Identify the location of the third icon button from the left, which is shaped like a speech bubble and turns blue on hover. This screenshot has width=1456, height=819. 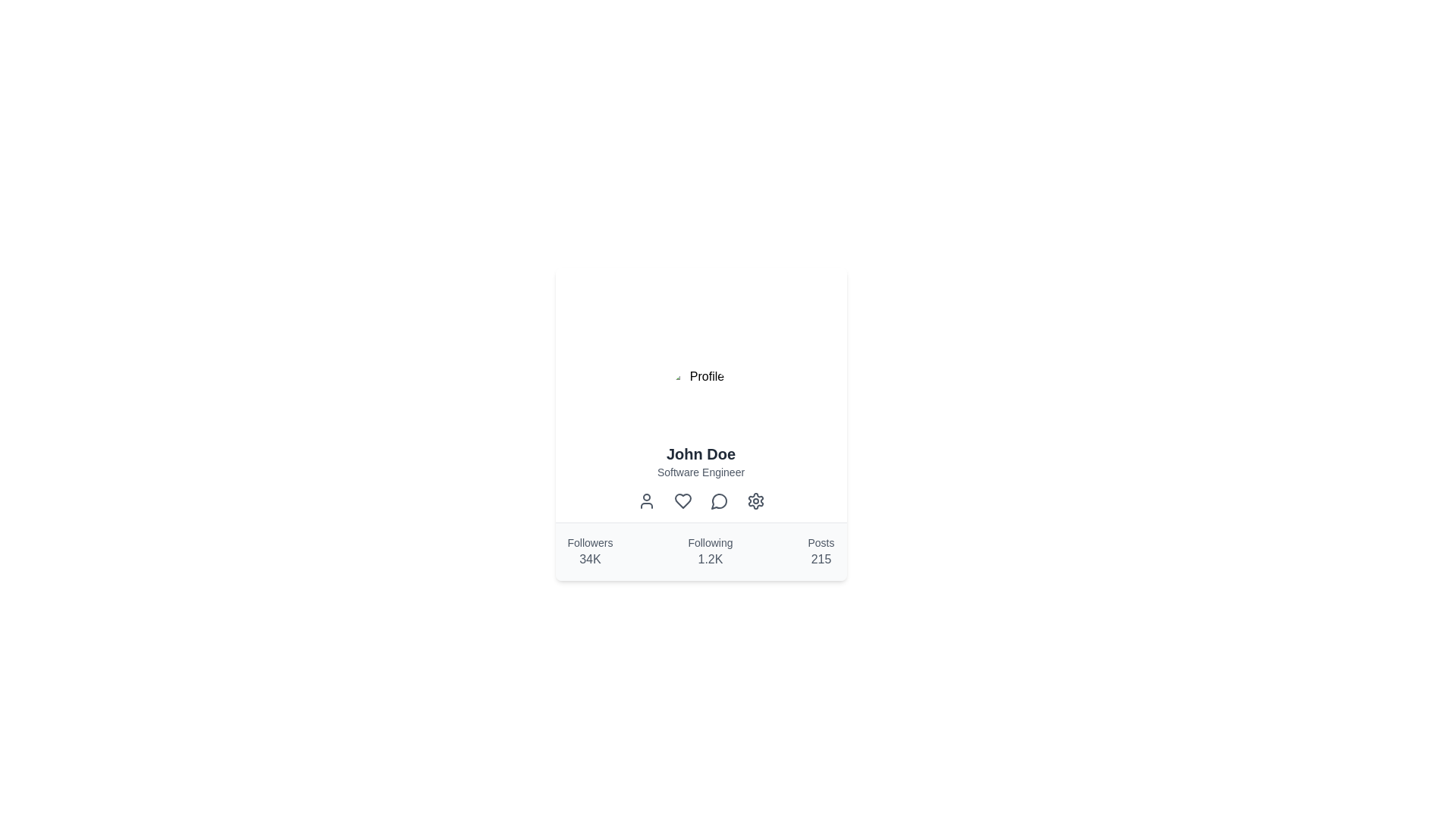
(718, 500).